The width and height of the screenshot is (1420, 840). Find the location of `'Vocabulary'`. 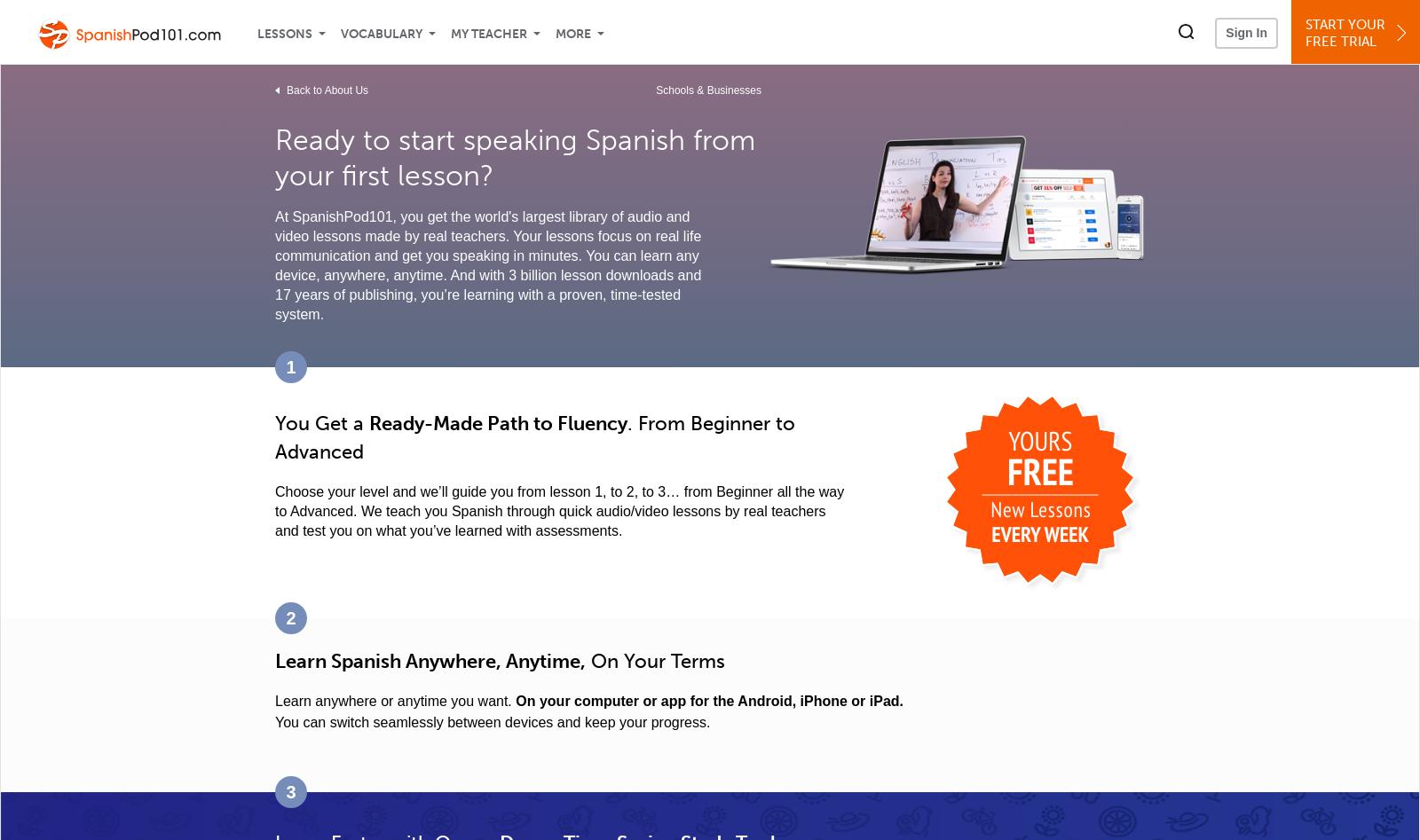

'Vocabulary' is located at coordinates (380, 34).